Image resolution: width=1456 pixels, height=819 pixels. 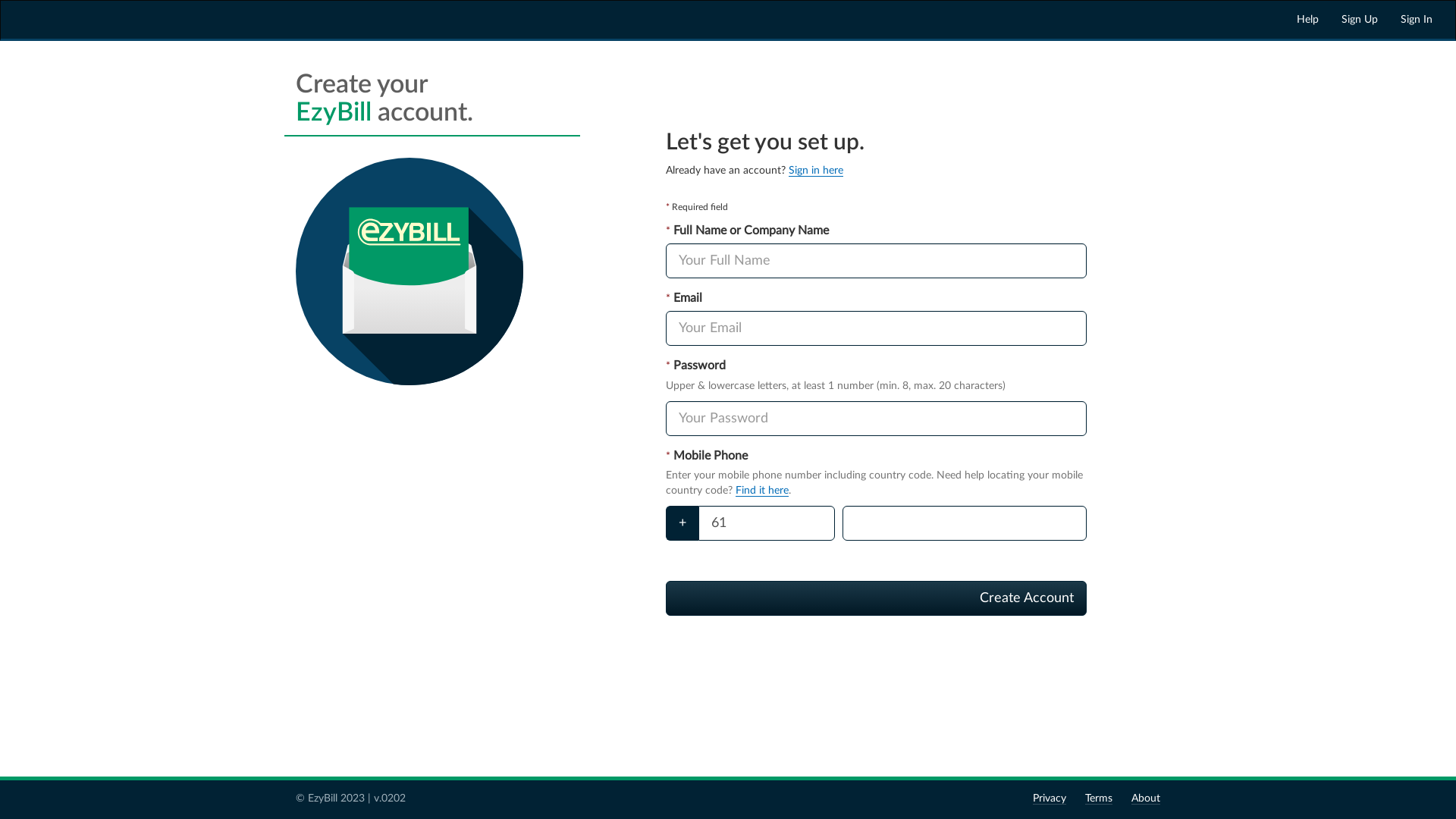 I want to click on 'Privacy', so click(x=1048, y=798).